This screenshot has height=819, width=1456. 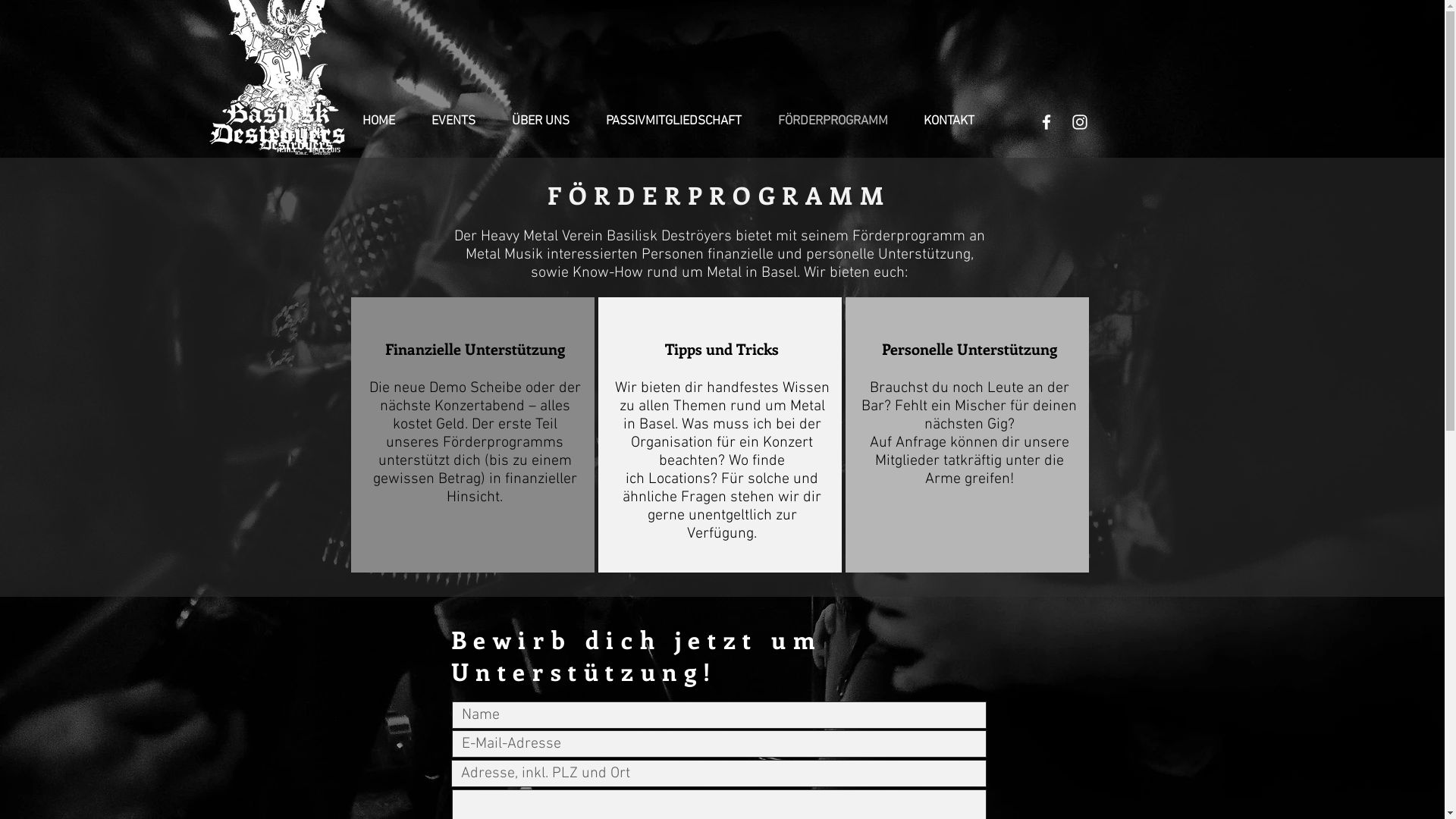 What do you see at coordinates (384, 121) in the screenshot?
I see `'HOME'` at bounding box center [384, 121].